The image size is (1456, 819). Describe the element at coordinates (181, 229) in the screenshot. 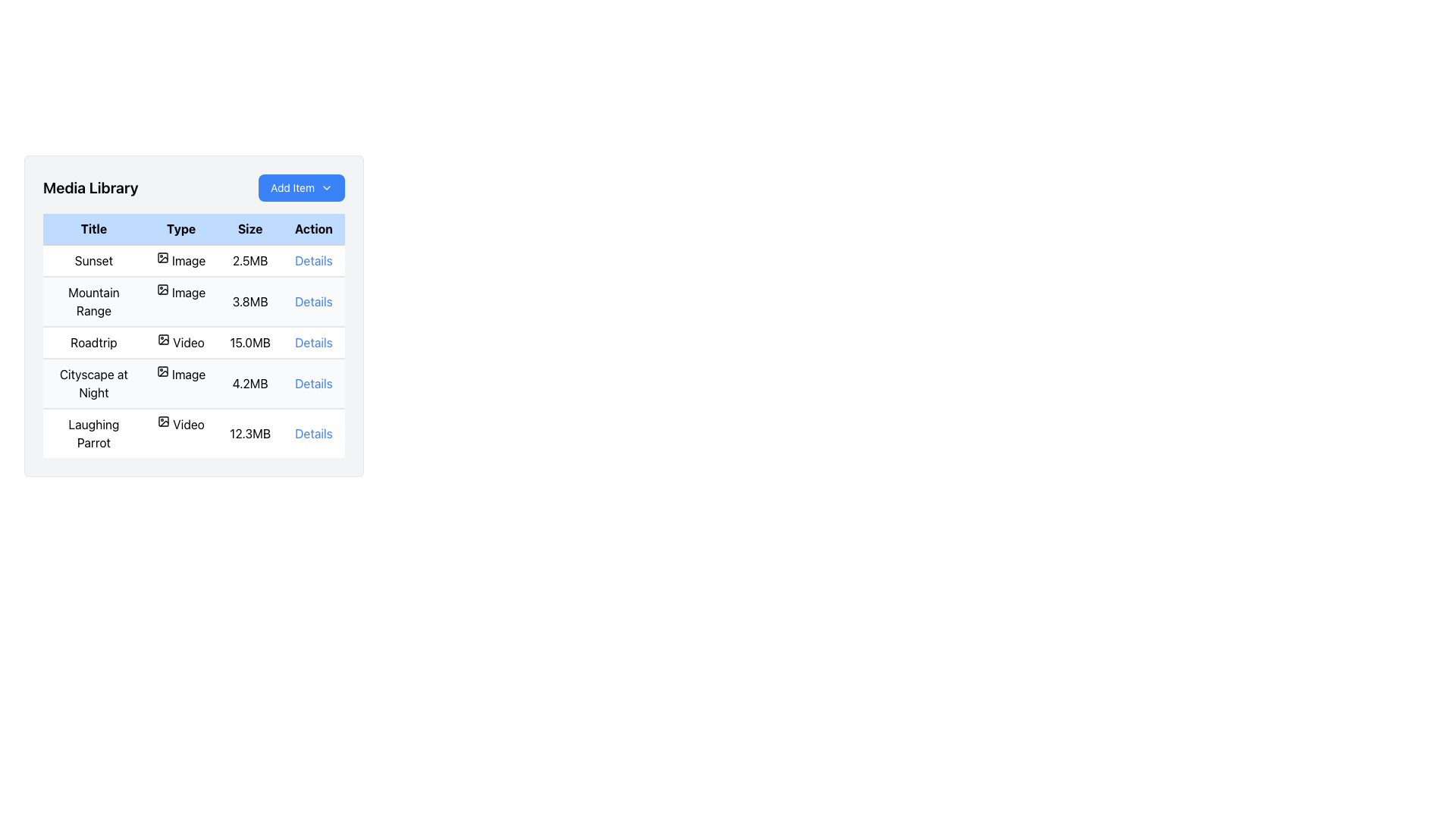

I see `the text label reading 'Type', which is styled with a light-blue background and black bold text, located in the second column of the table's header row` at that location.